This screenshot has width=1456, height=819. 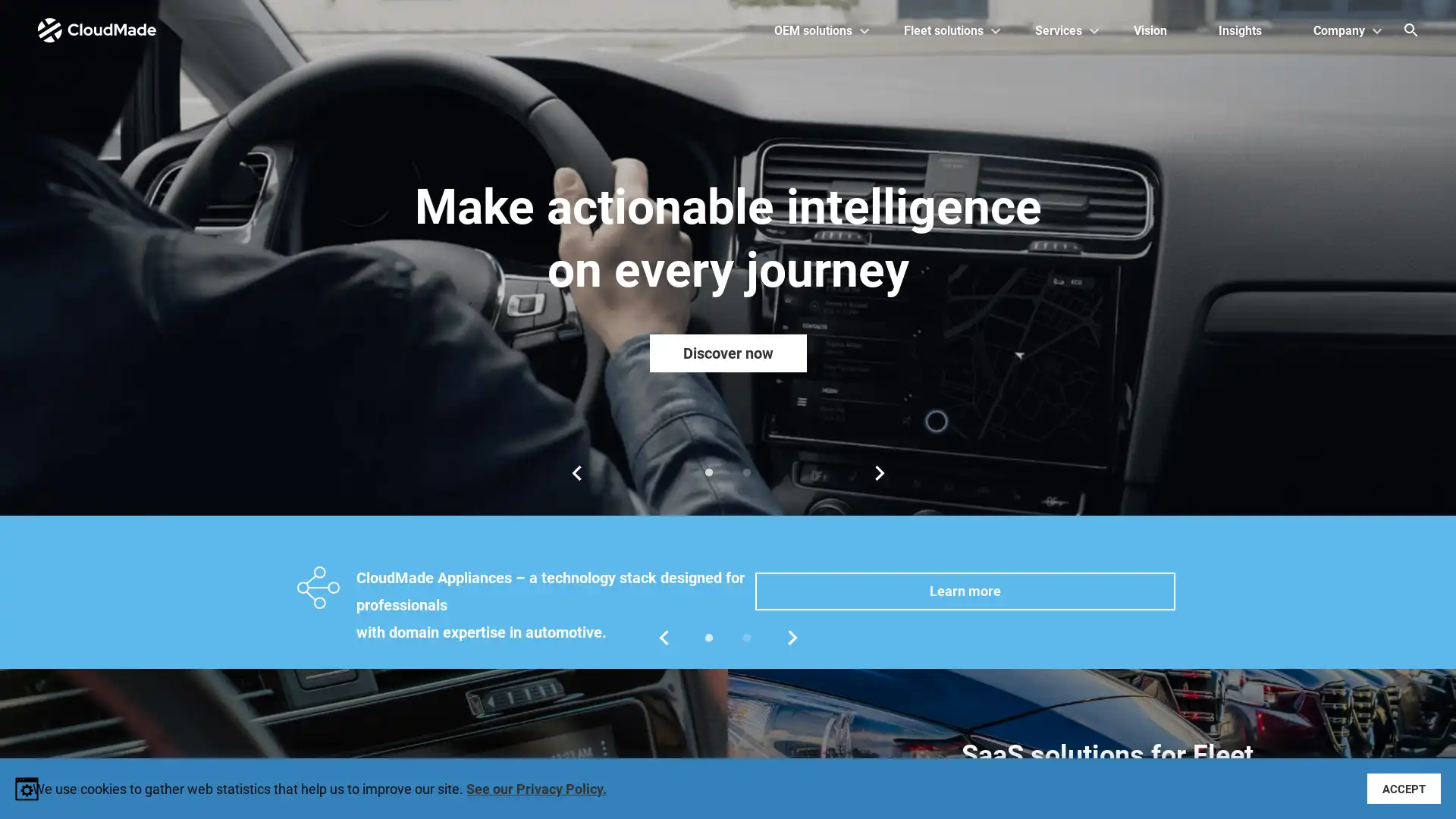 What do you see at coordinates (880, 472) in the screenshot?
I see `Next` at bounding box center [880, 472].